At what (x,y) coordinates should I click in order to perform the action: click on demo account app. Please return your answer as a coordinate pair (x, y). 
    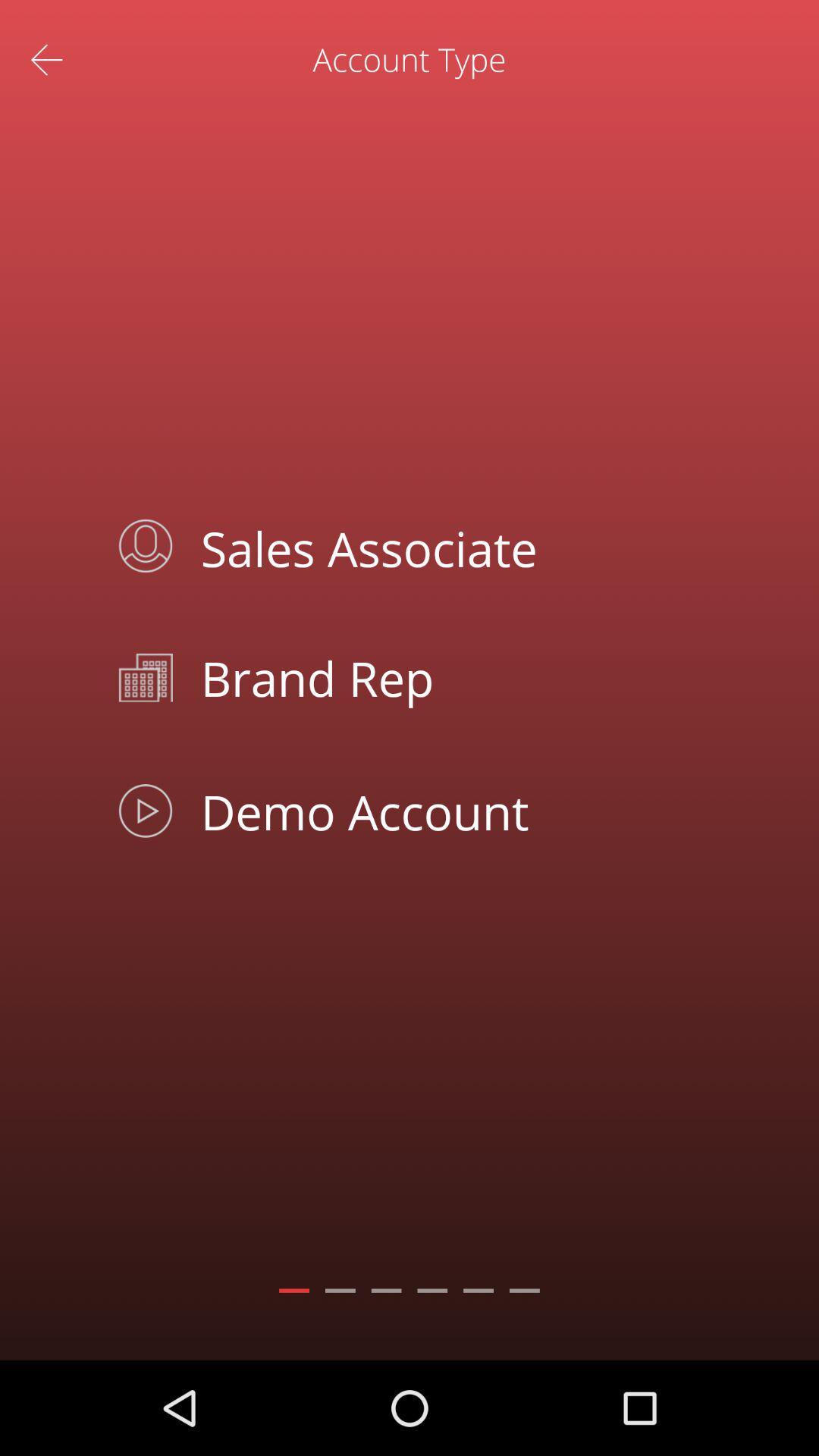
    Looking at the image, I should click on (444, 811).